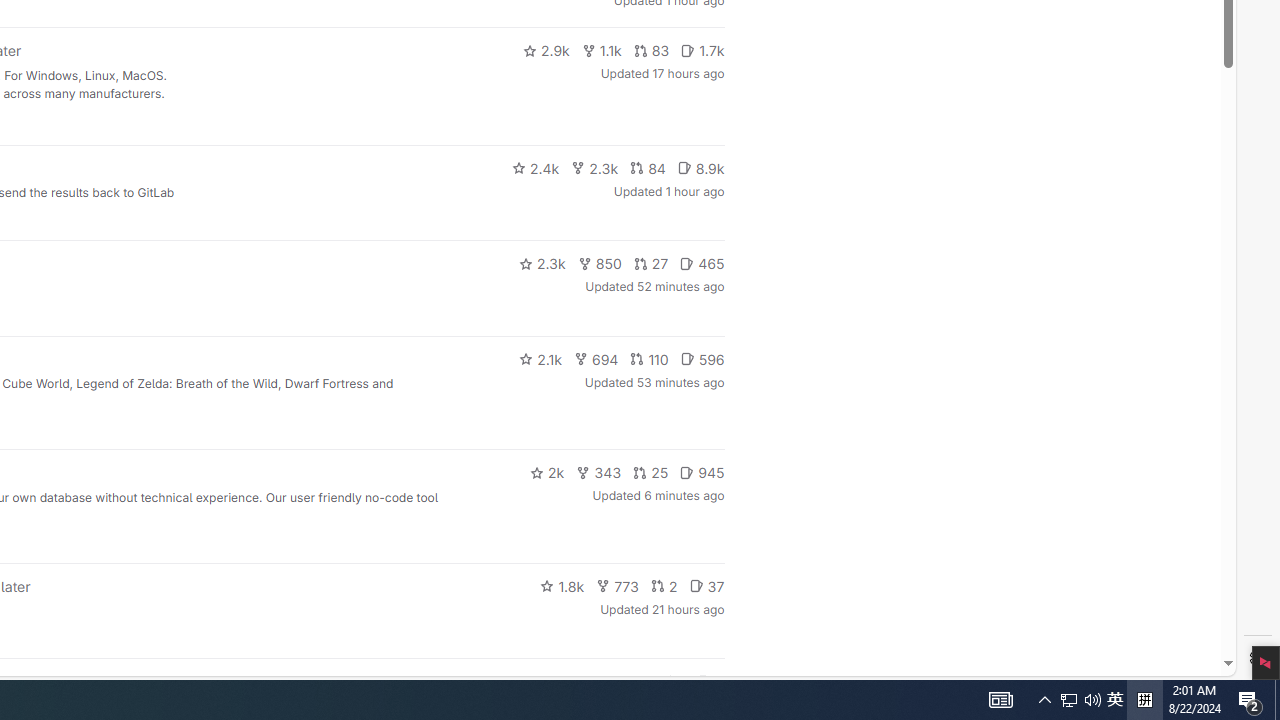 Image resolution: width=1280 pixels, height=720 pixels. What do you see at coordinates (617, 585) in the screenshot?
I see `'773'` at bounding box center [617, 585].